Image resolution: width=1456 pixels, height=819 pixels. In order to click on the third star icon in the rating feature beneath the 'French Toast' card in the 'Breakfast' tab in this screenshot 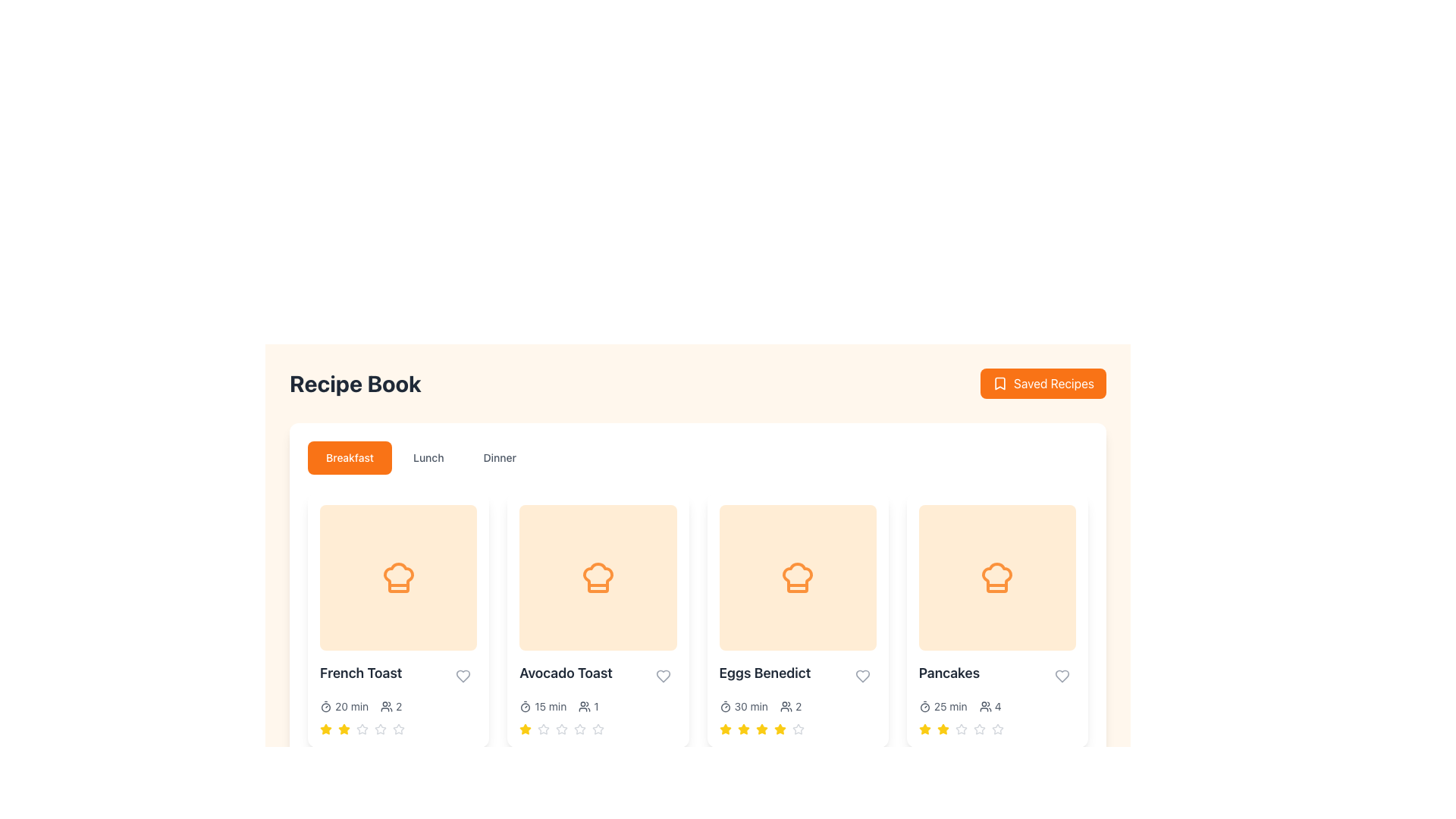, I will do `click(381, 728)`.